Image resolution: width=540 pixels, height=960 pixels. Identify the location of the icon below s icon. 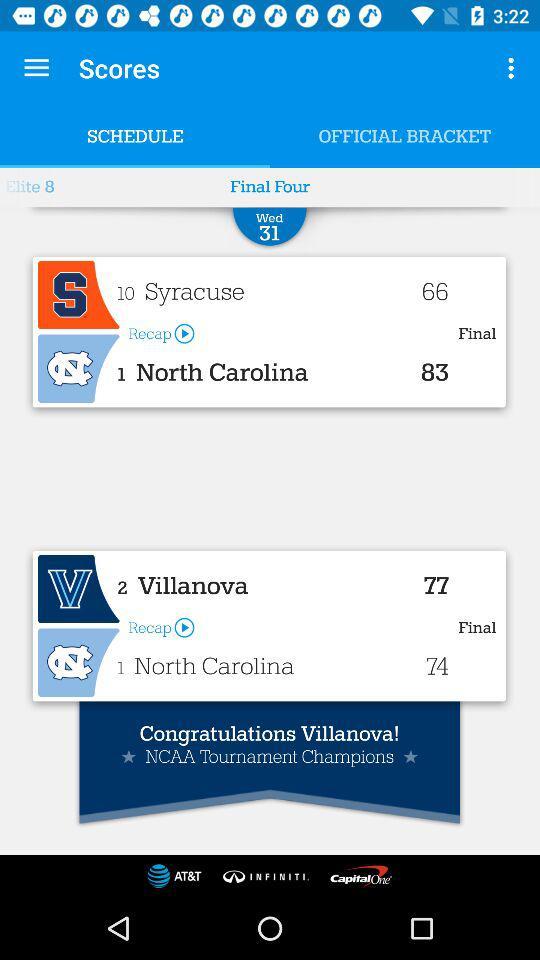
(78, 368).